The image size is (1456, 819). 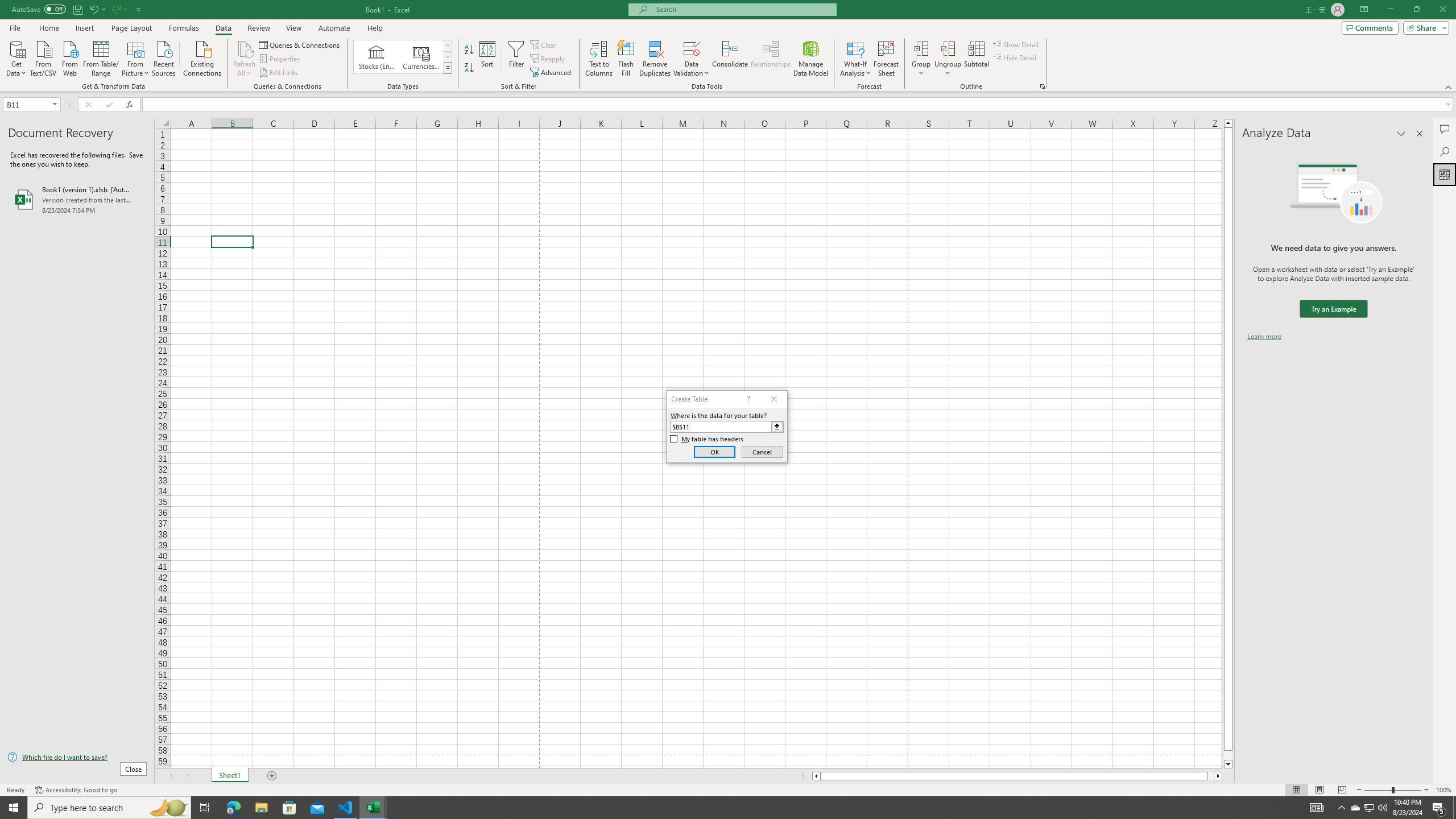 I want to click on 'Consolidate...', so click(x=730, y=59).